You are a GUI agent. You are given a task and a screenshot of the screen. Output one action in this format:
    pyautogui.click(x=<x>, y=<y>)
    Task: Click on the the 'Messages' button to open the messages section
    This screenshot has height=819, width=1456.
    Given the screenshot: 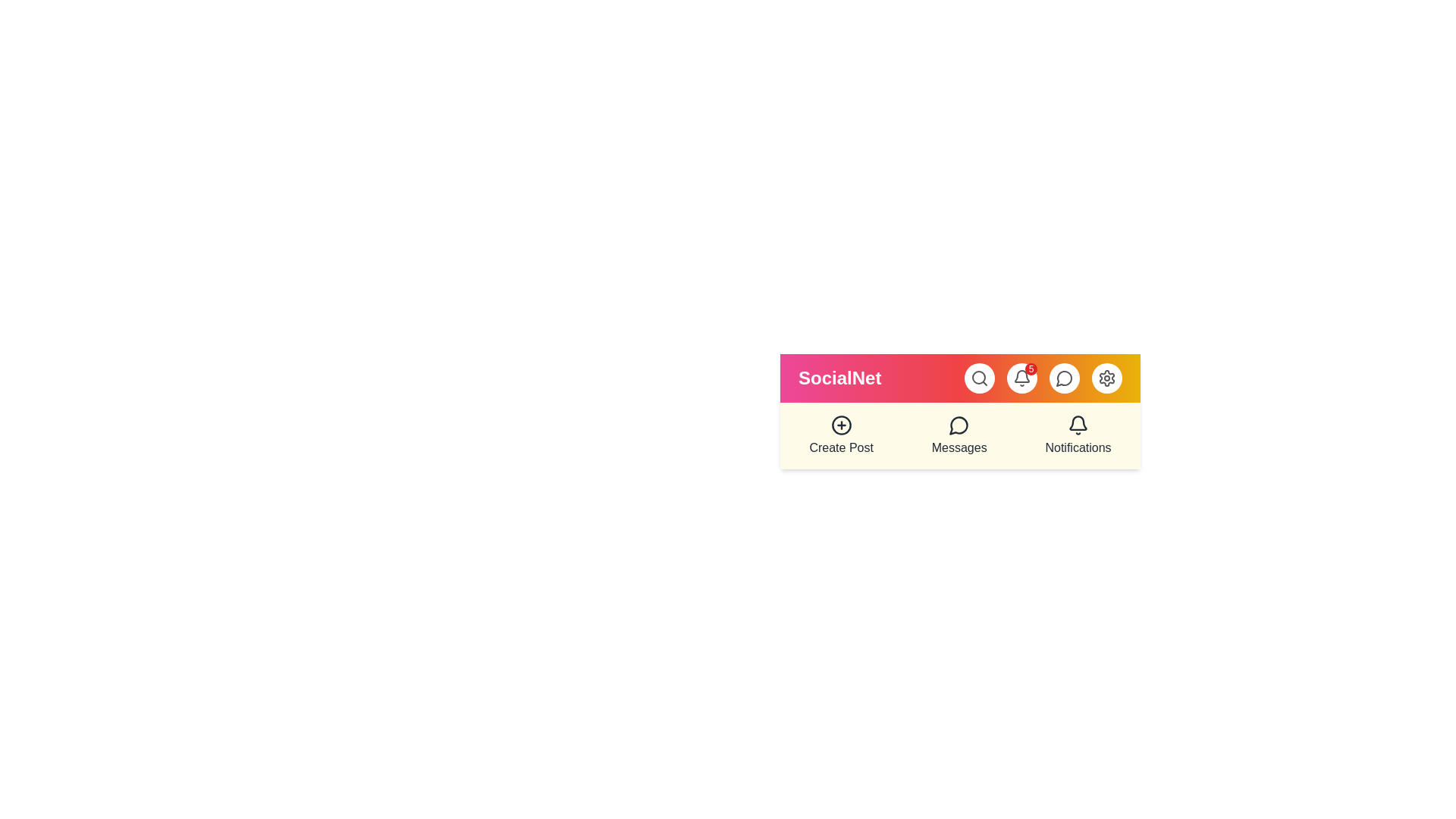 What is the action you would take?
    pyautogui.click(x=959, y=435)
    